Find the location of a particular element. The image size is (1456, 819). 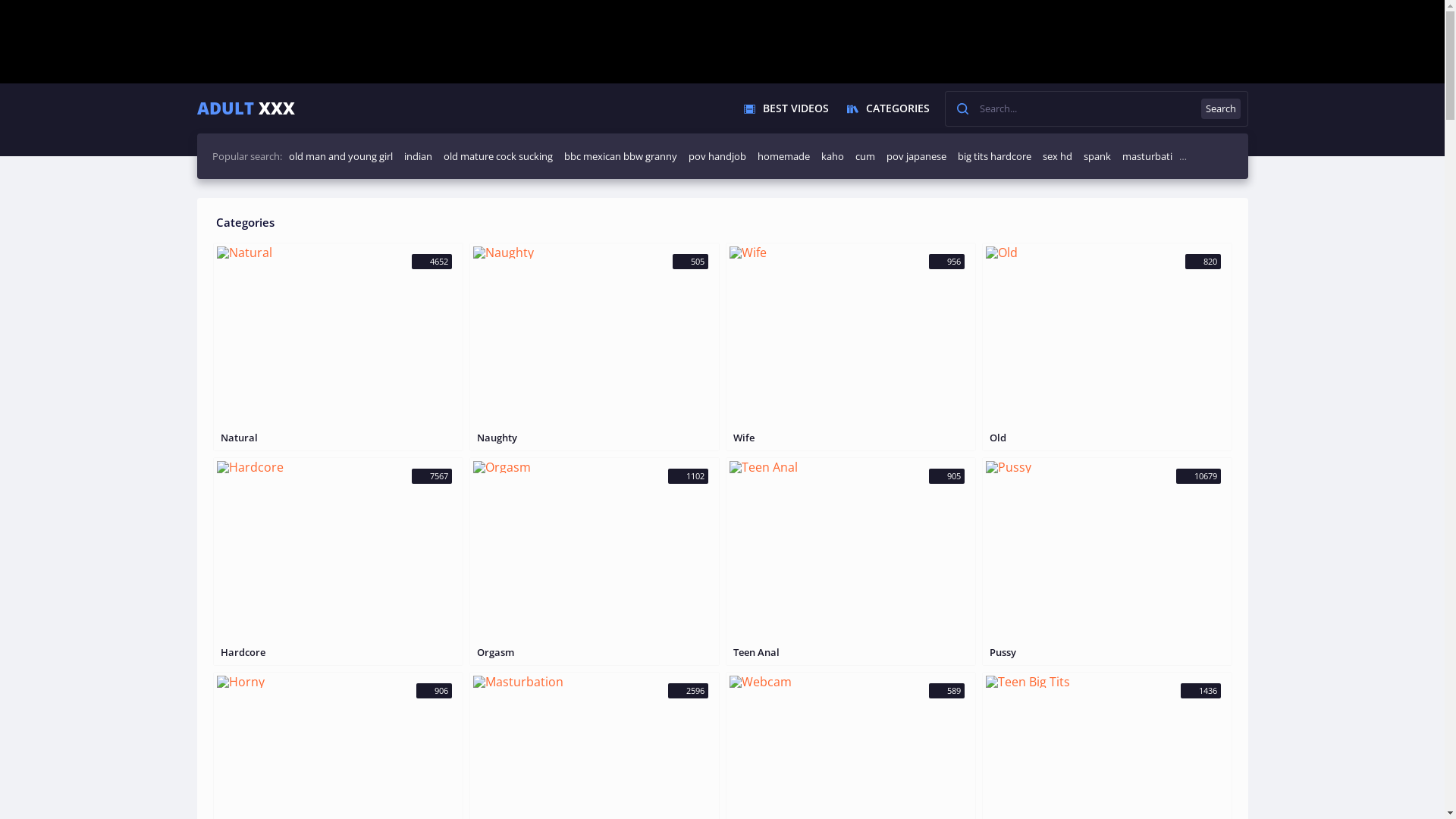

'masturbati' is located at coordinates (1147, 155).